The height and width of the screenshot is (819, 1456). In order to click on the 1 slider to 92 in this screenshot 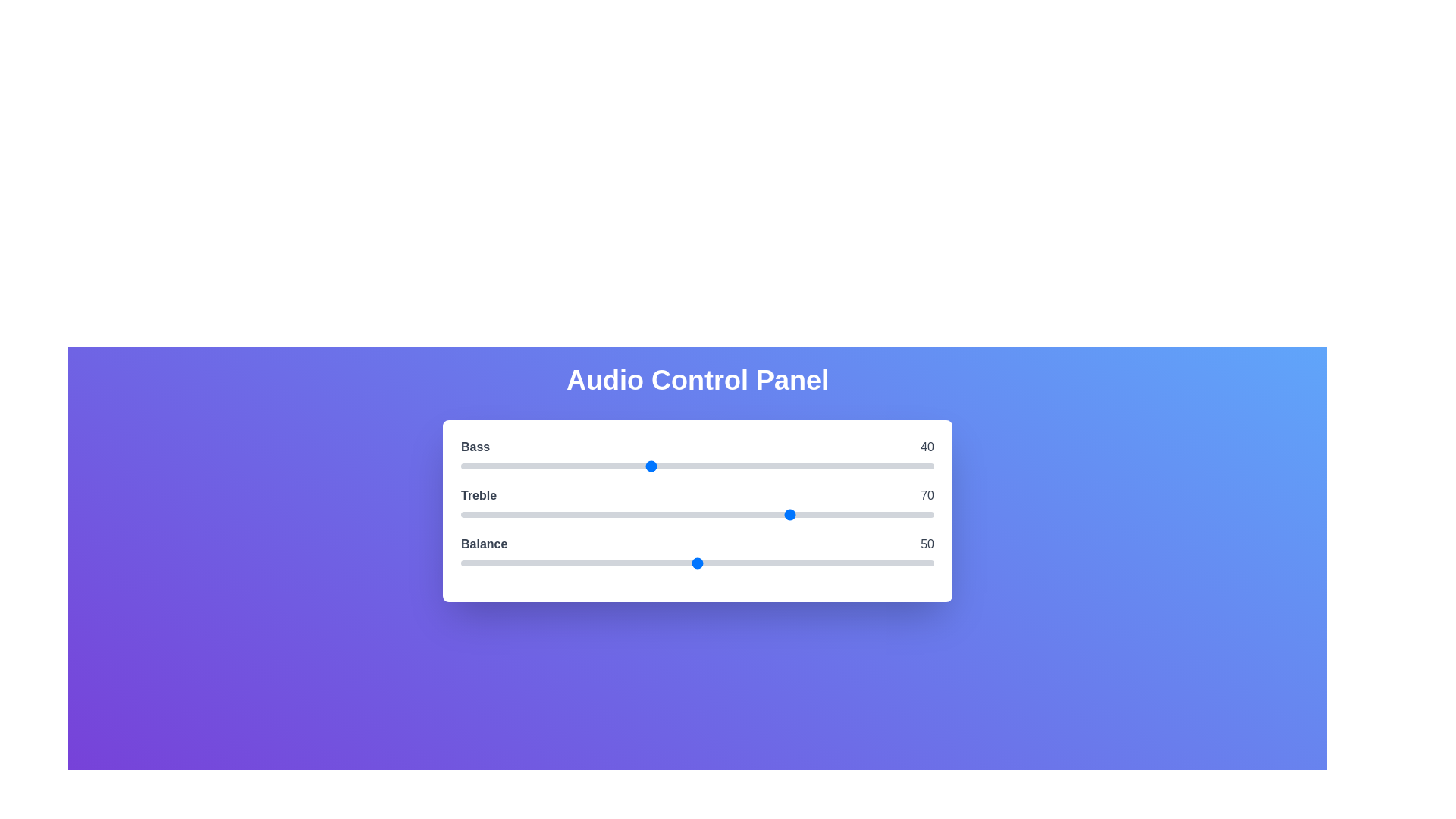, I will do `click(896, 513)`.